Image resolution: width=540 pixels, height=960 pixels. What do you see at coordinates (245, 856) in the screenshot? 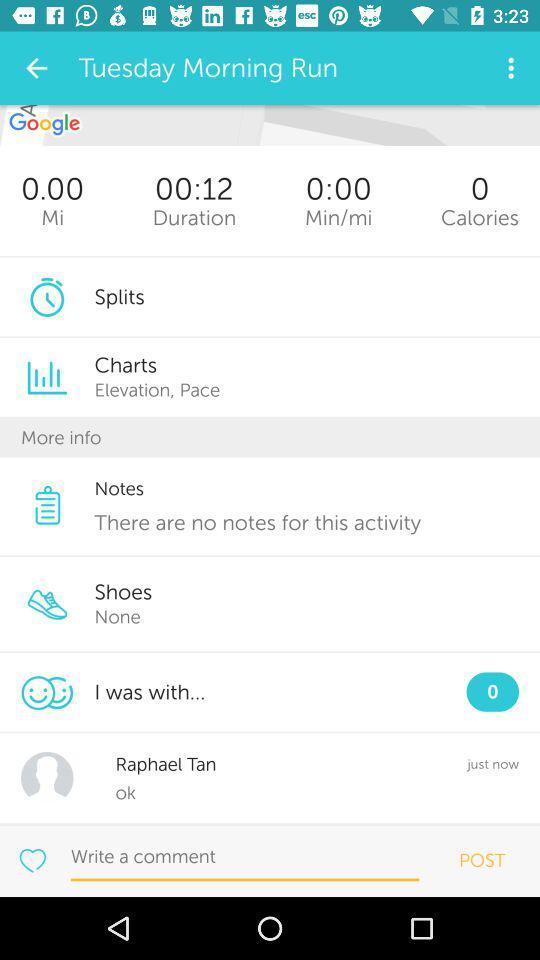
I see `write comment here` at bounding box center [245, 856].